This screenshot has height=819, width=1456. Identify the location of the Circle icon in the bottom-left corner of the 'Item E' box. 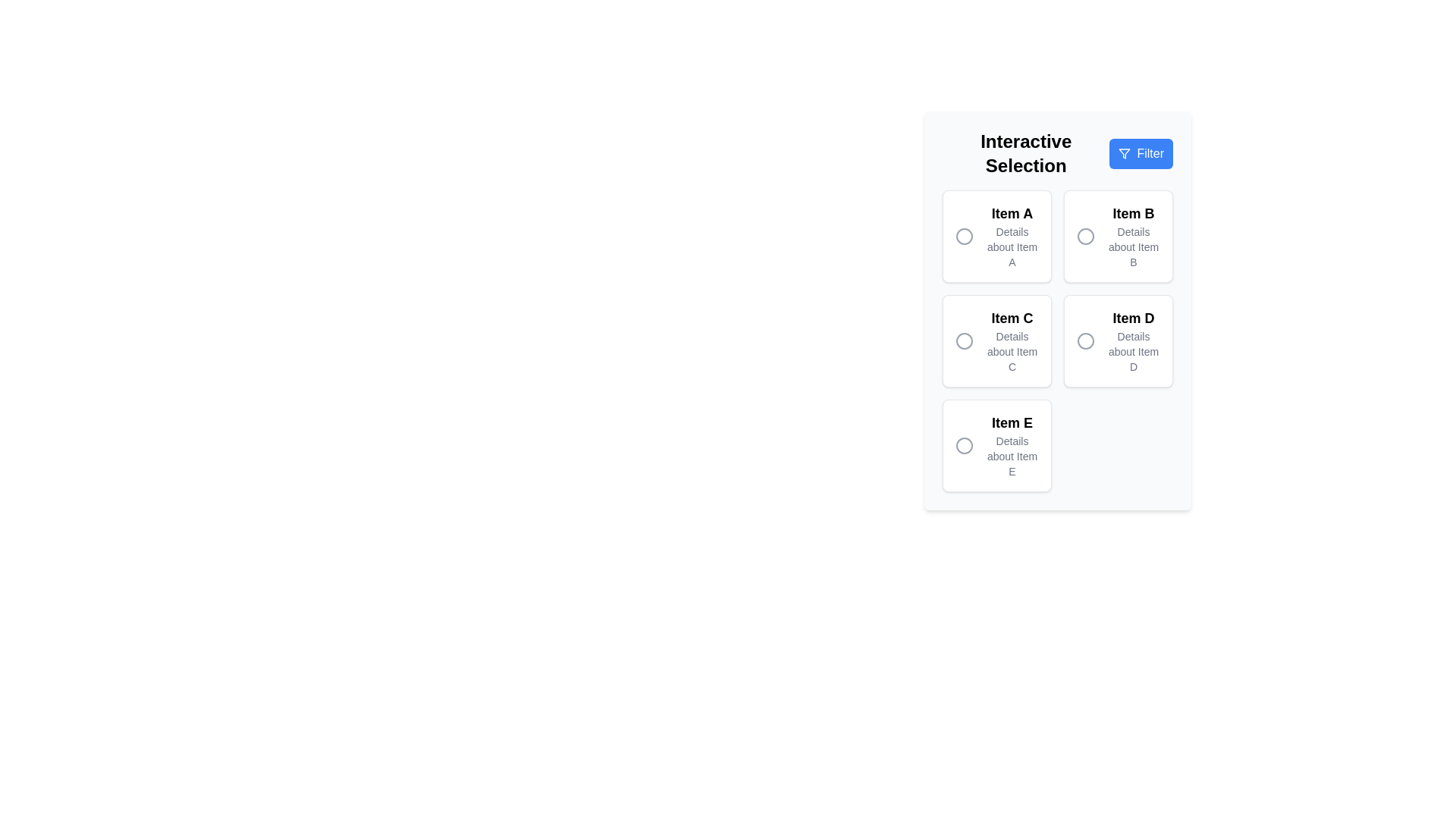
(964, 444).